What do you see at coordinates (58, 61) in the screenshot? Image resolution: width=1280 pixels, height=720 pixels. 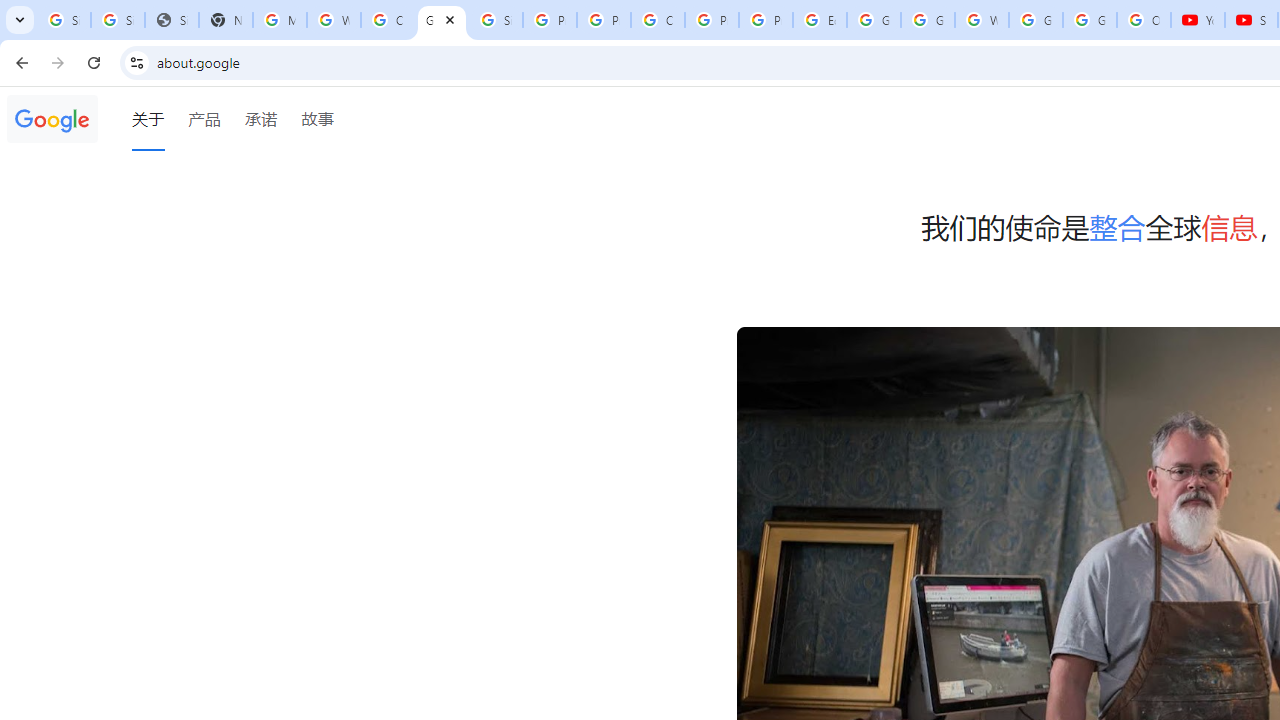 I see `'Forward'` at bounding box center [58, 61].